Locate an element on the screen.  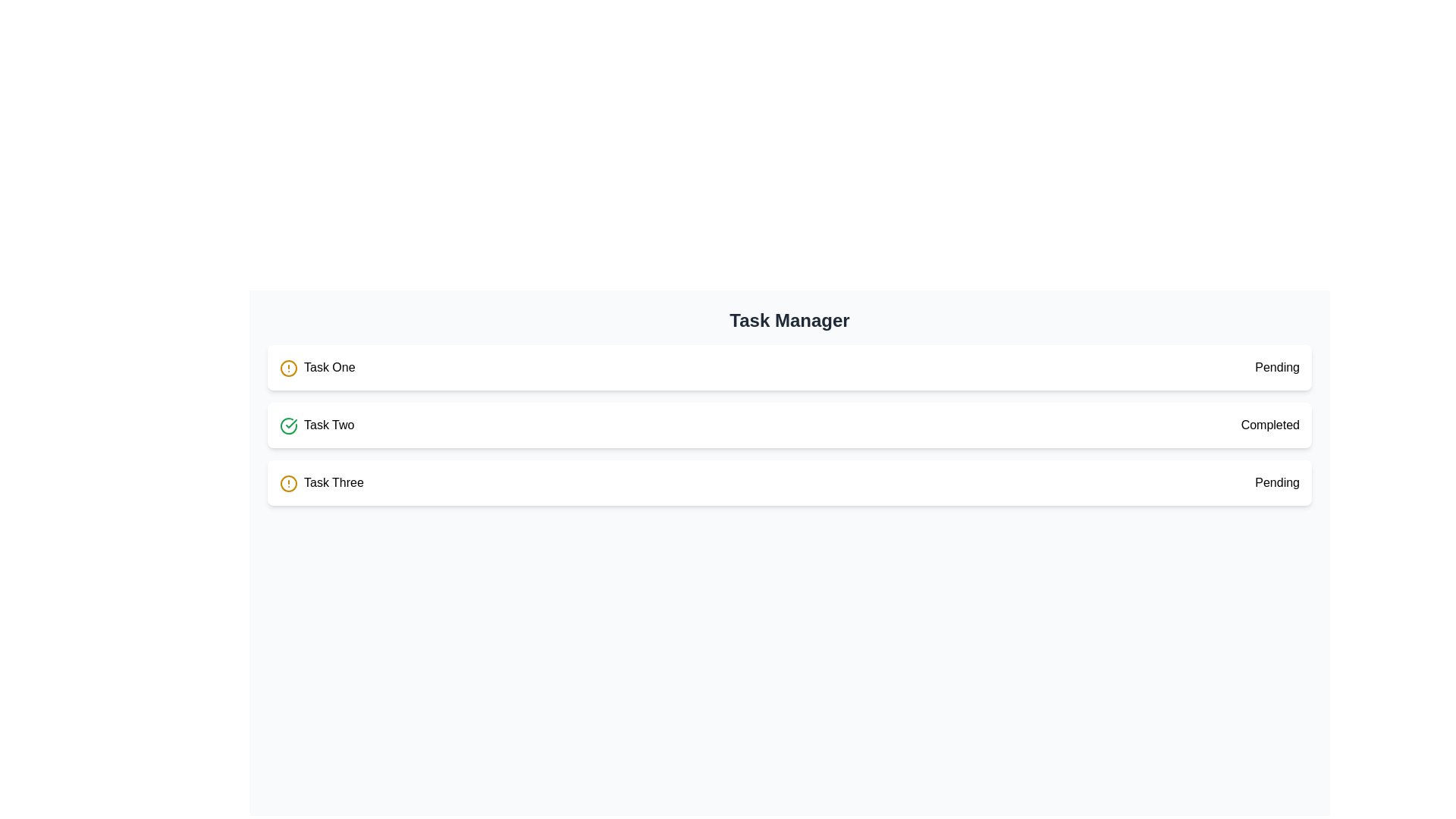
the text label in the second row of the task manager, which is positioned to the right of a green checkmark icon and between 'Task One' and 'Task Three' is located at coordinates (328, 425).